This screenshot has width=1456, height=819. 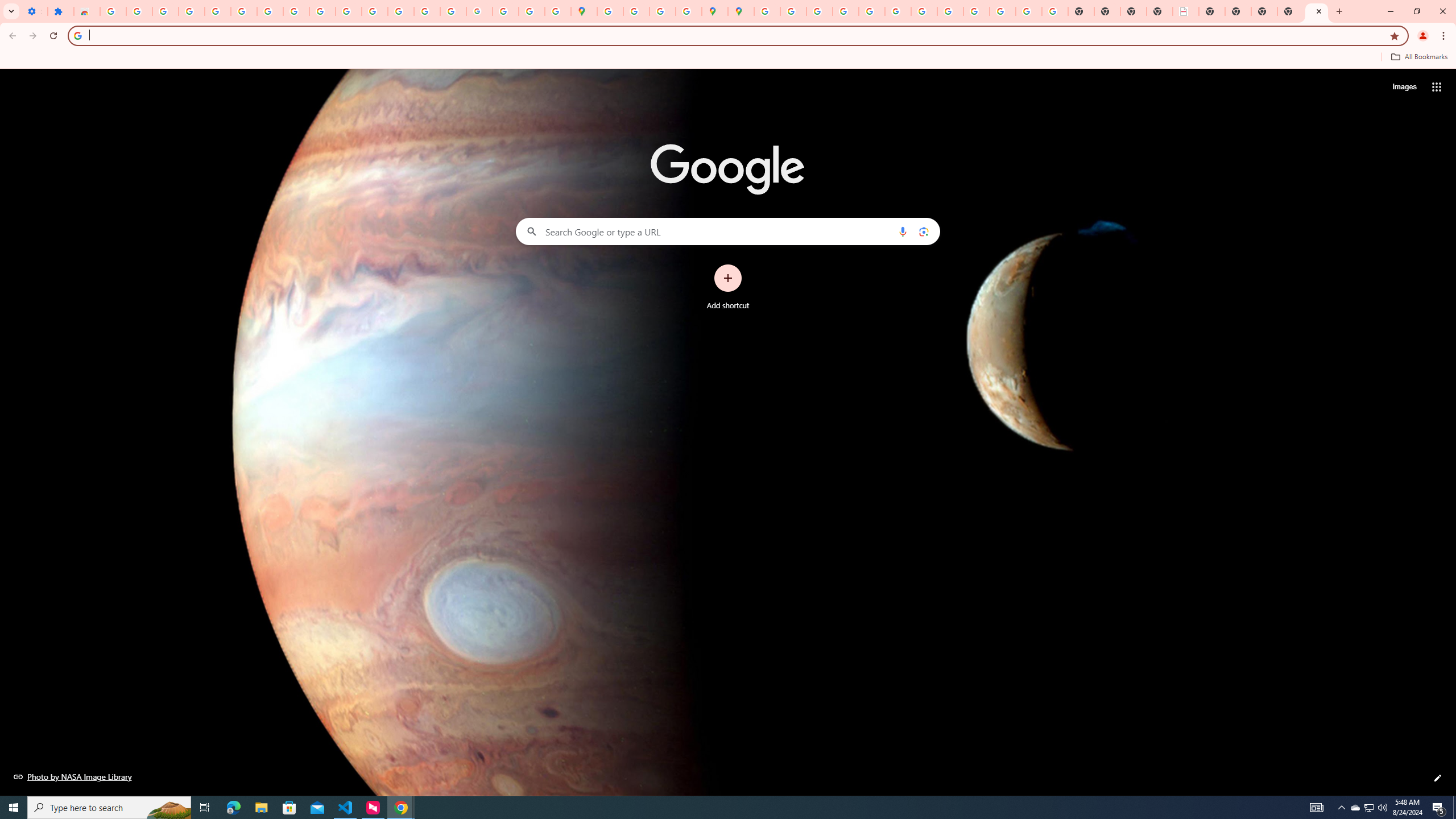 What do you see at coordinates (72, 776) in the screenshot?
I see `'Photo by NASA Image Library'` at bounding box center [72, 776].